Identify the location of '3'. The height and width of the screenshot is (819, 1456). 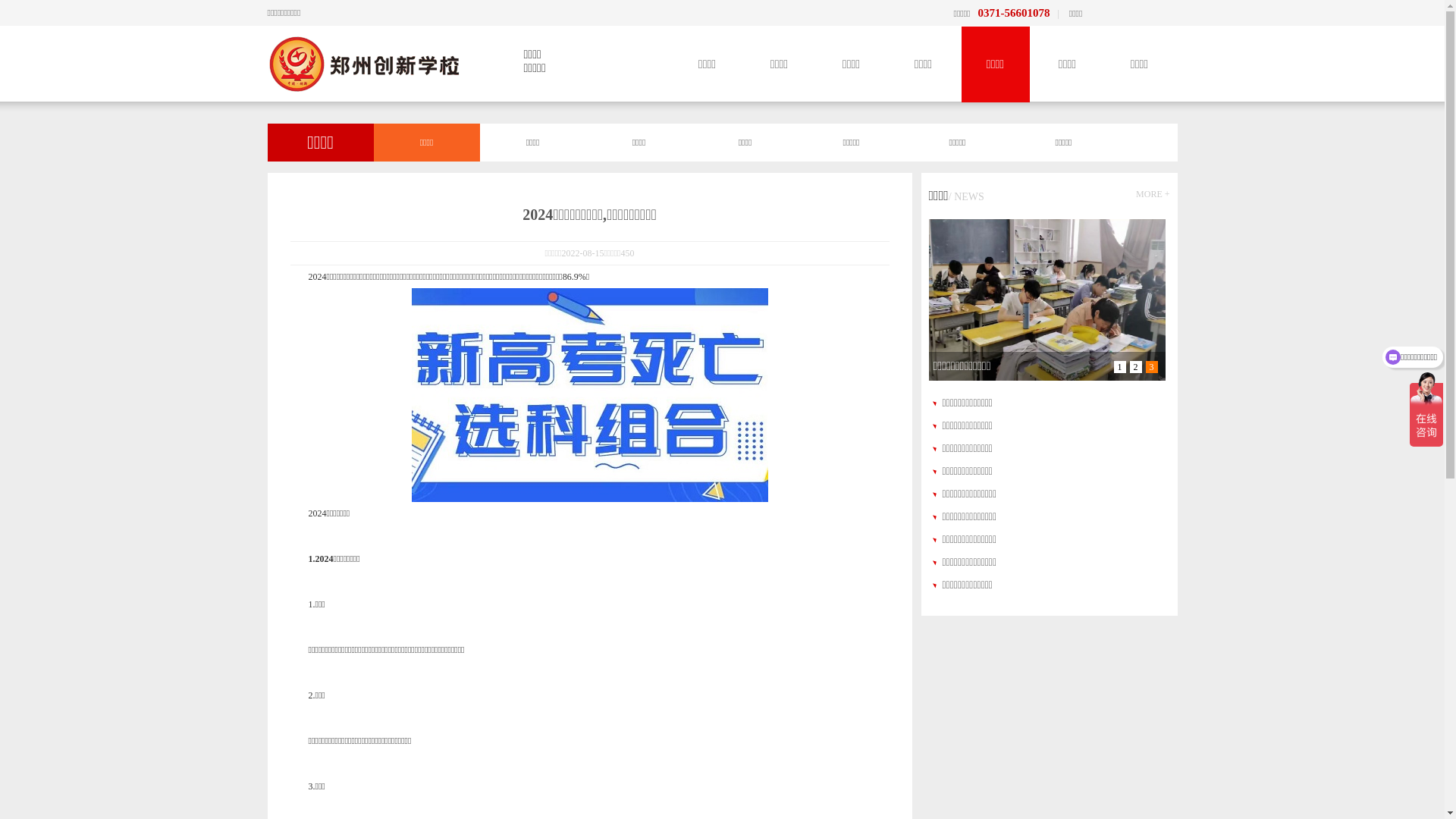
(1145, 366).